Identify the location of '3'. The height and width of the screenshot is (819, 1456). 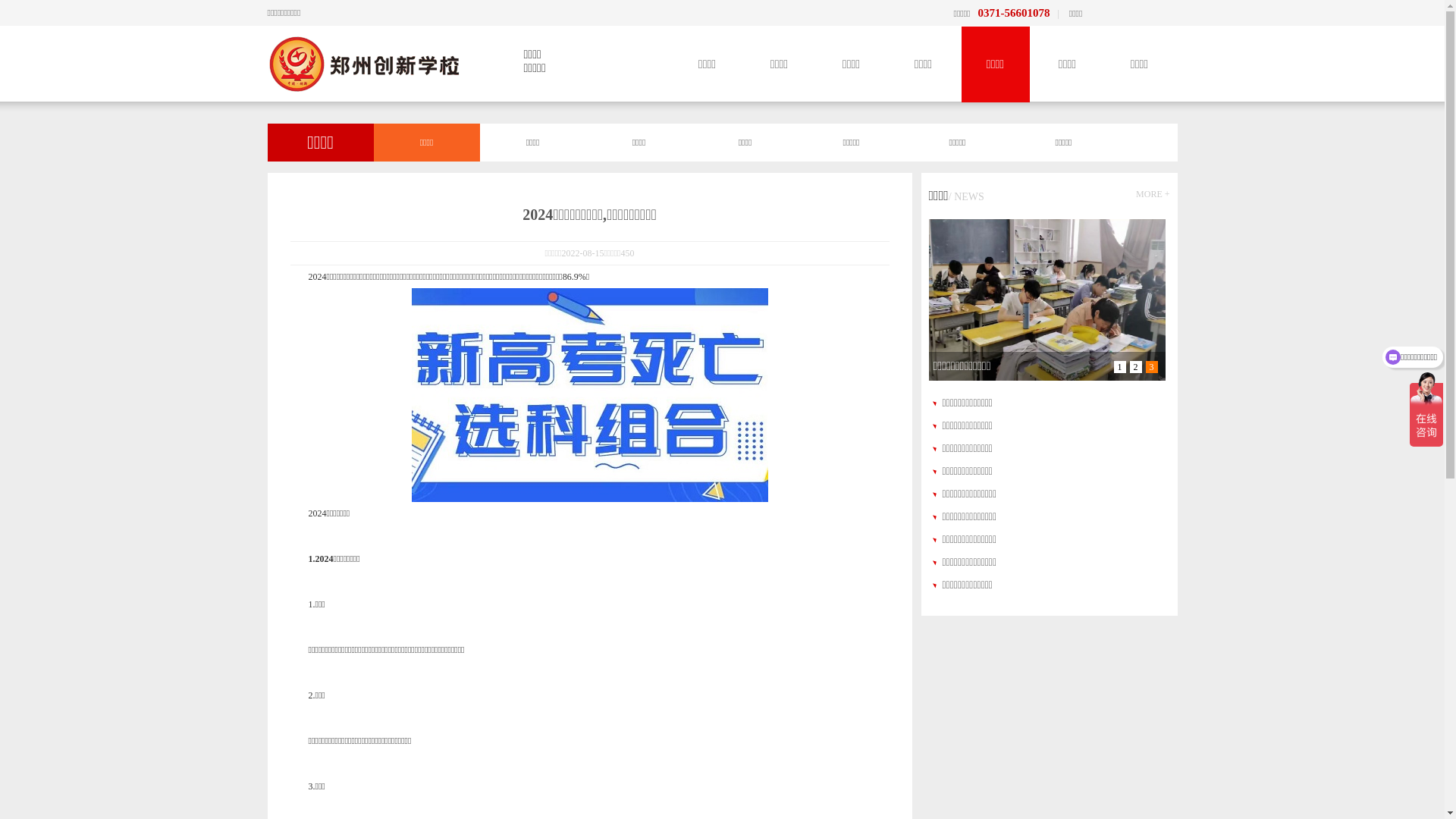
(1145, 366).